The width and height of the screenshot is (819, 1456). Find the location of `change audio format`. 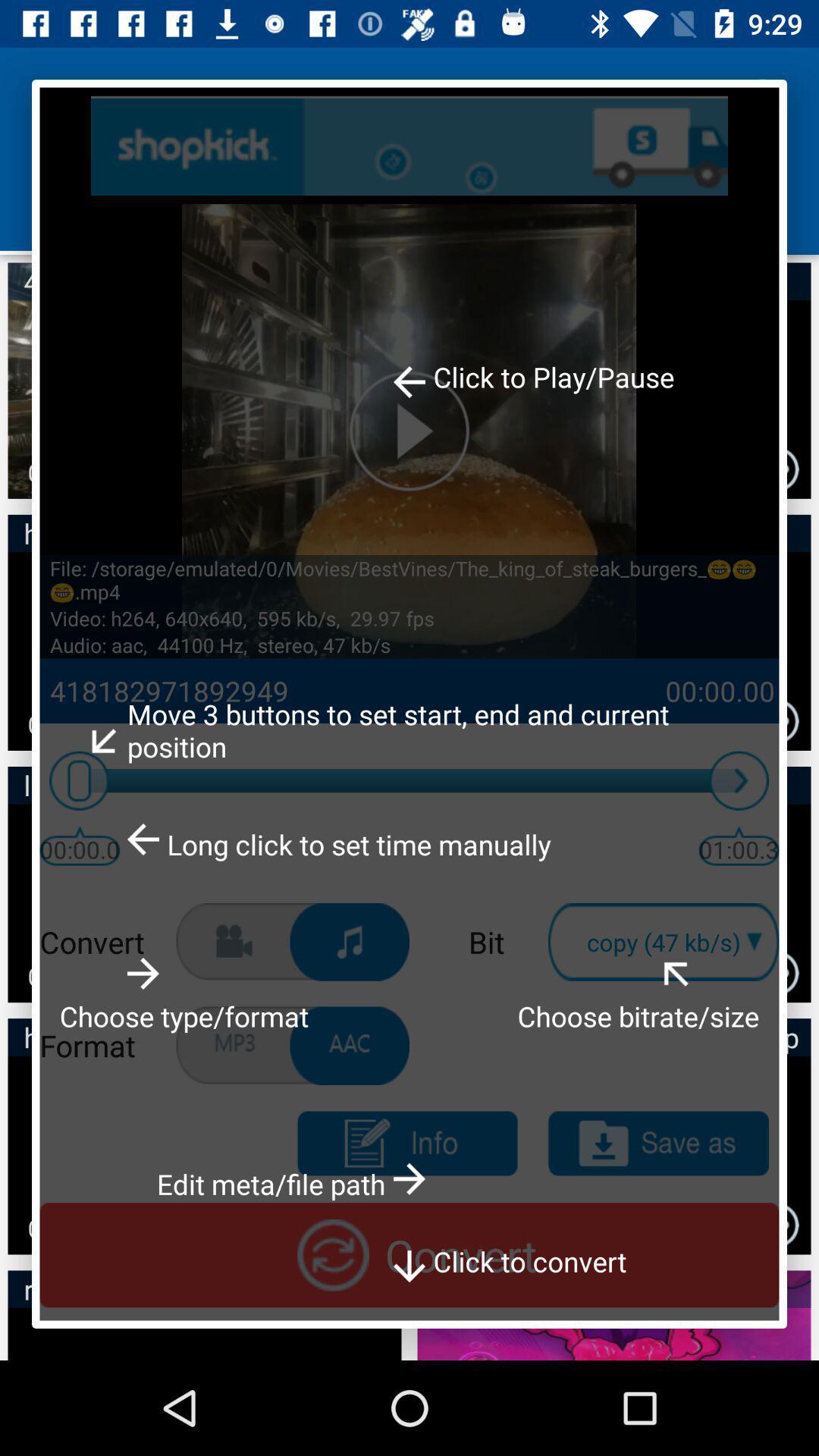

change audio format is located at coordinates (350, 1045).